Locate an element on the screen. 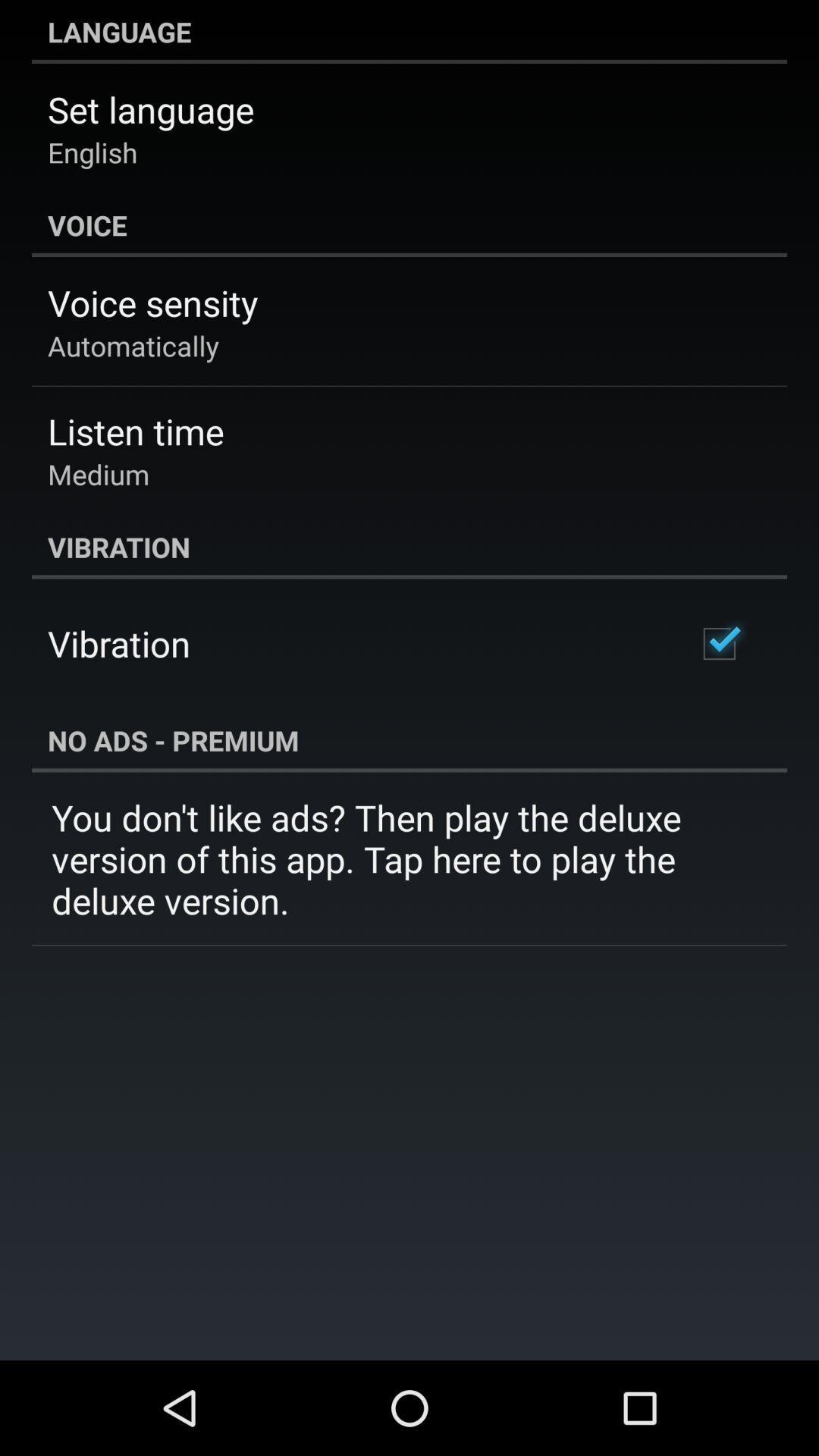 The height and width of the screenshot is (1456, 819). the voice sensity item is located at coordinates (152, 303).